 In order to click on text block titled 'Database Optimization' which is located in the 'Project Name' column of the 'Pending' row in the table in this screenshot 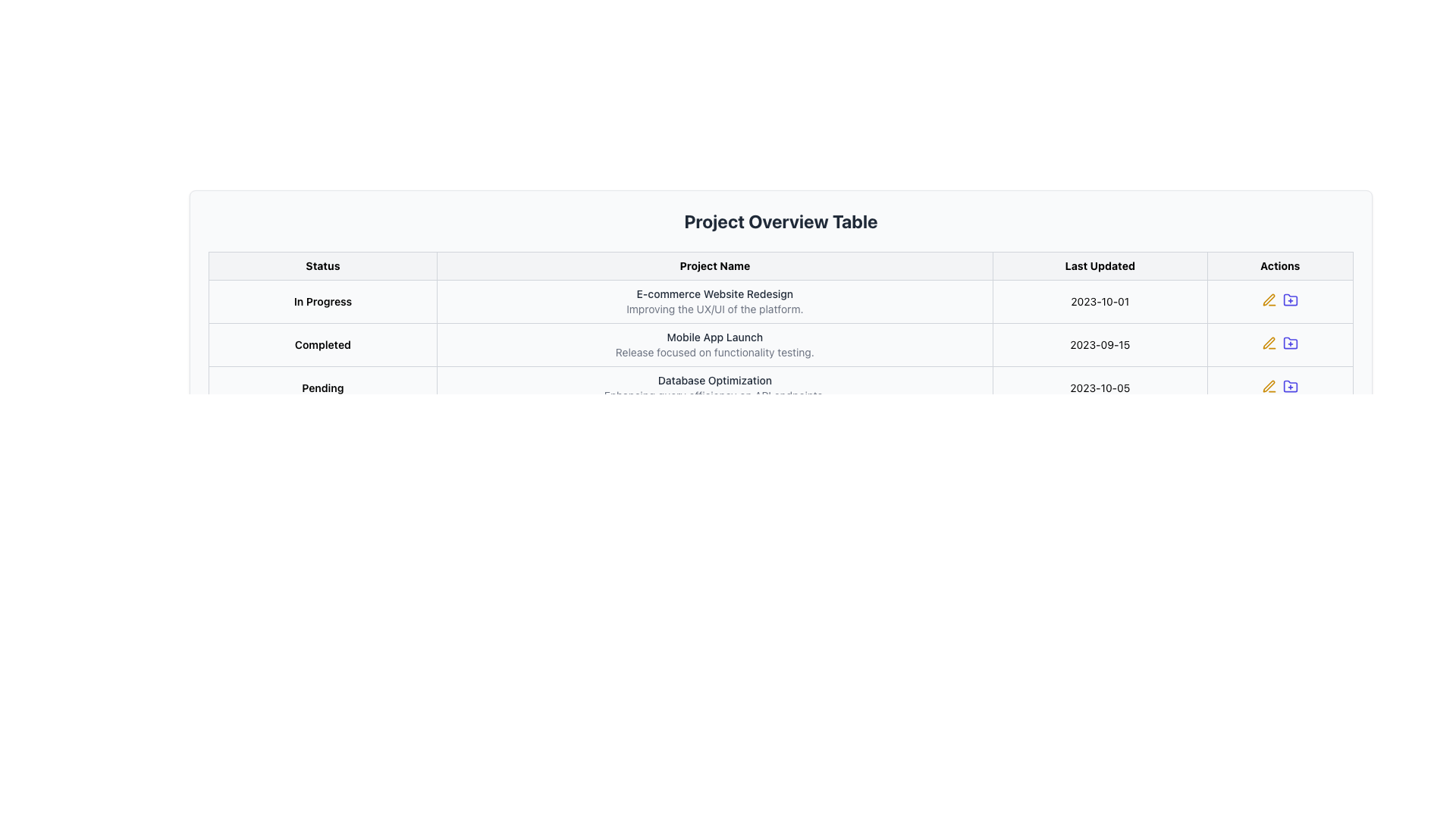, I will do `click(714, 388)`.